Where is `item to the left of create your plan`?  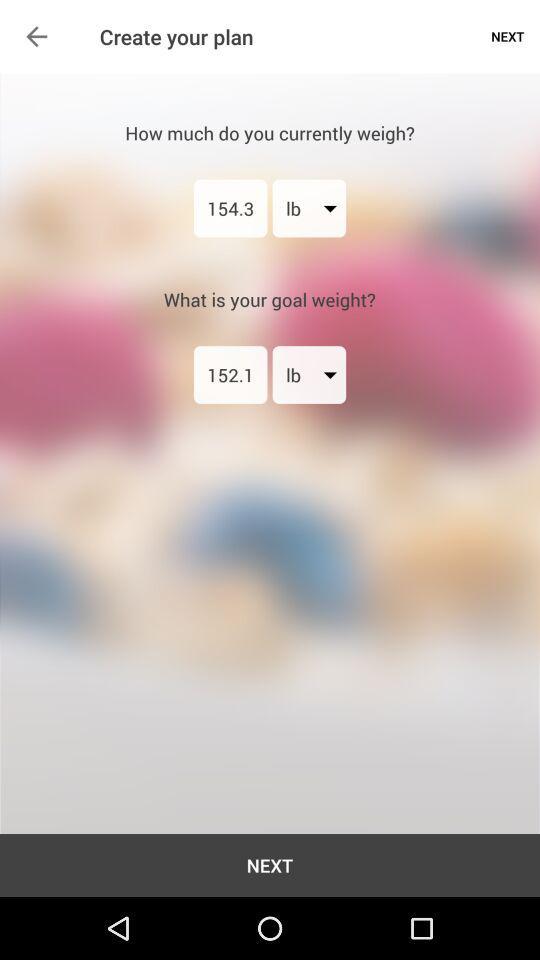
item to the left of create your plan is located at coordinates (36, 35).